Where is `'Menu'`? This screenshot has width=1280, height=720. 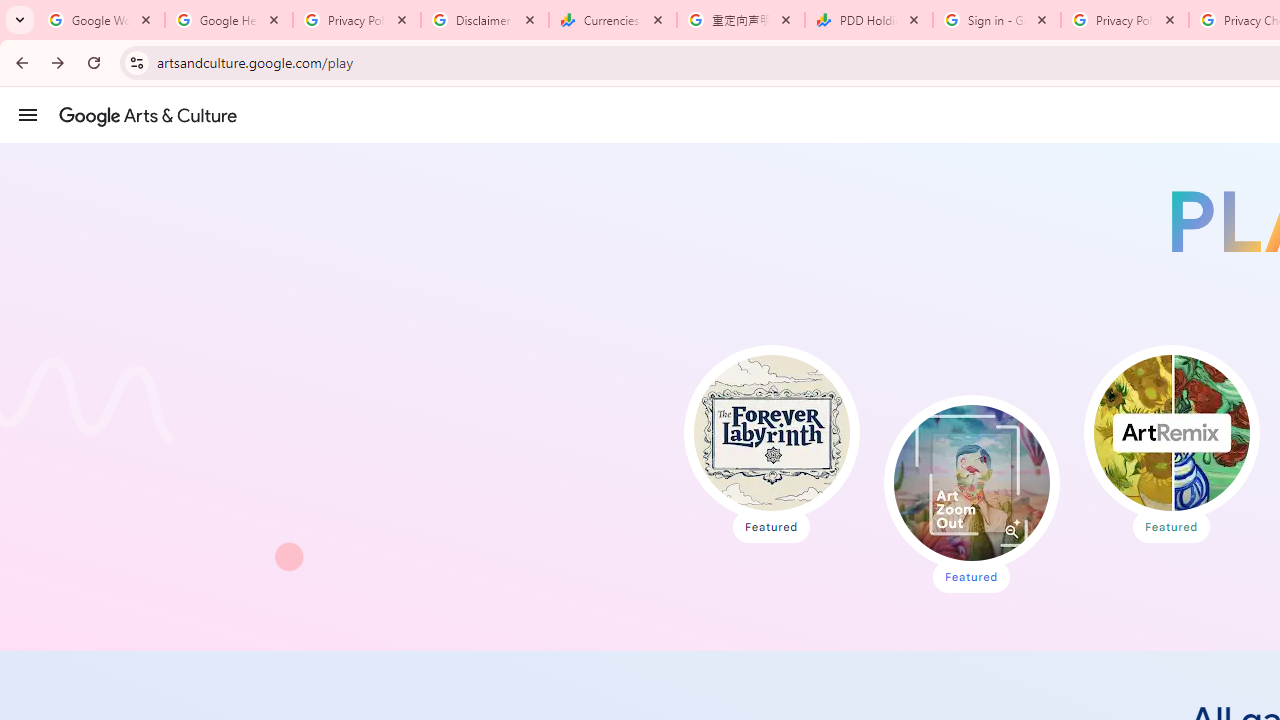
'Menu' is located at coordinates (28, 114).